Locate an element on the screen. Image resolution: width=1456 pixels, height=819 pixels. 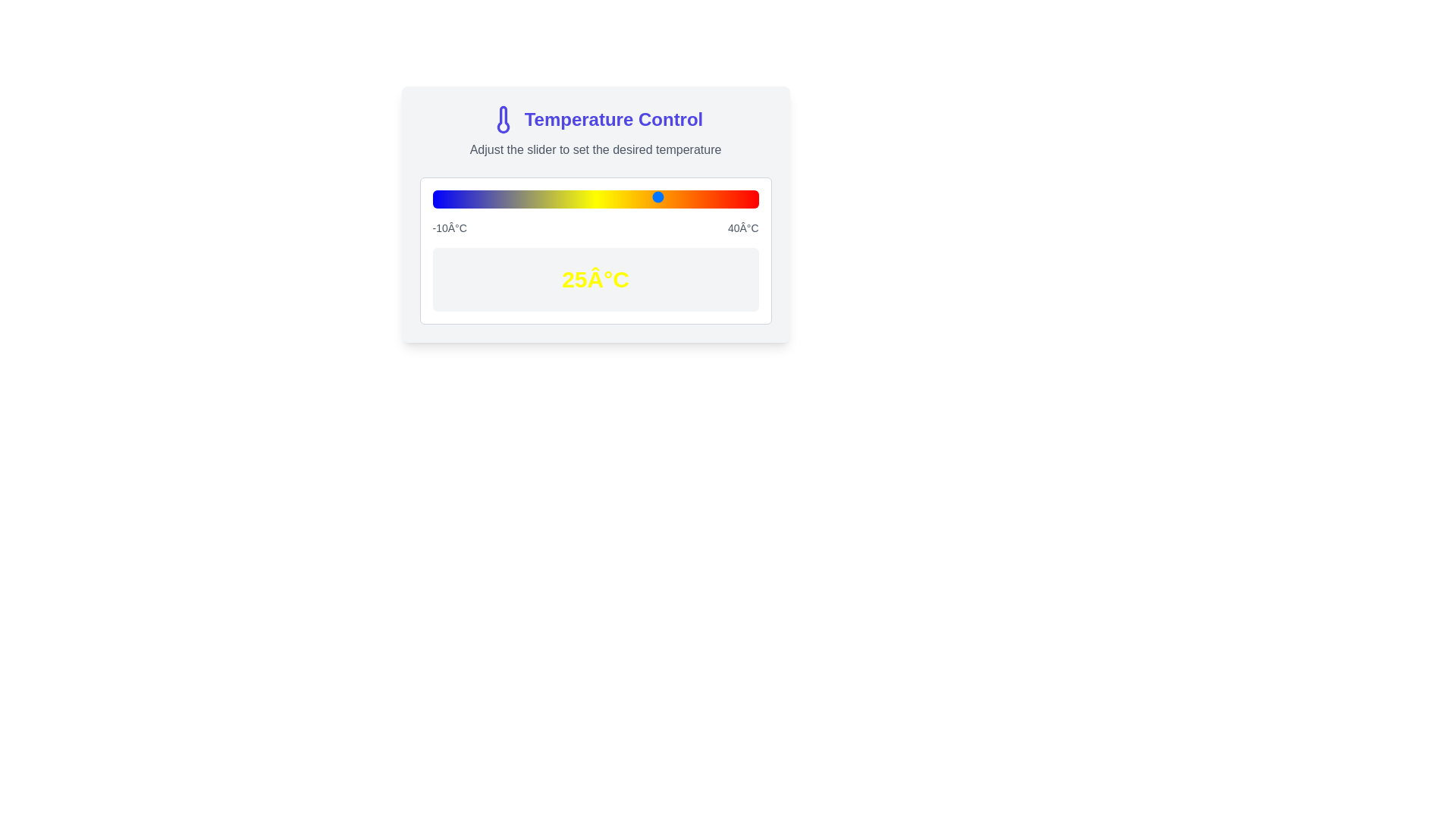
the temperature slider to set the temperature to 26°C is located at coordinates (667, 196).